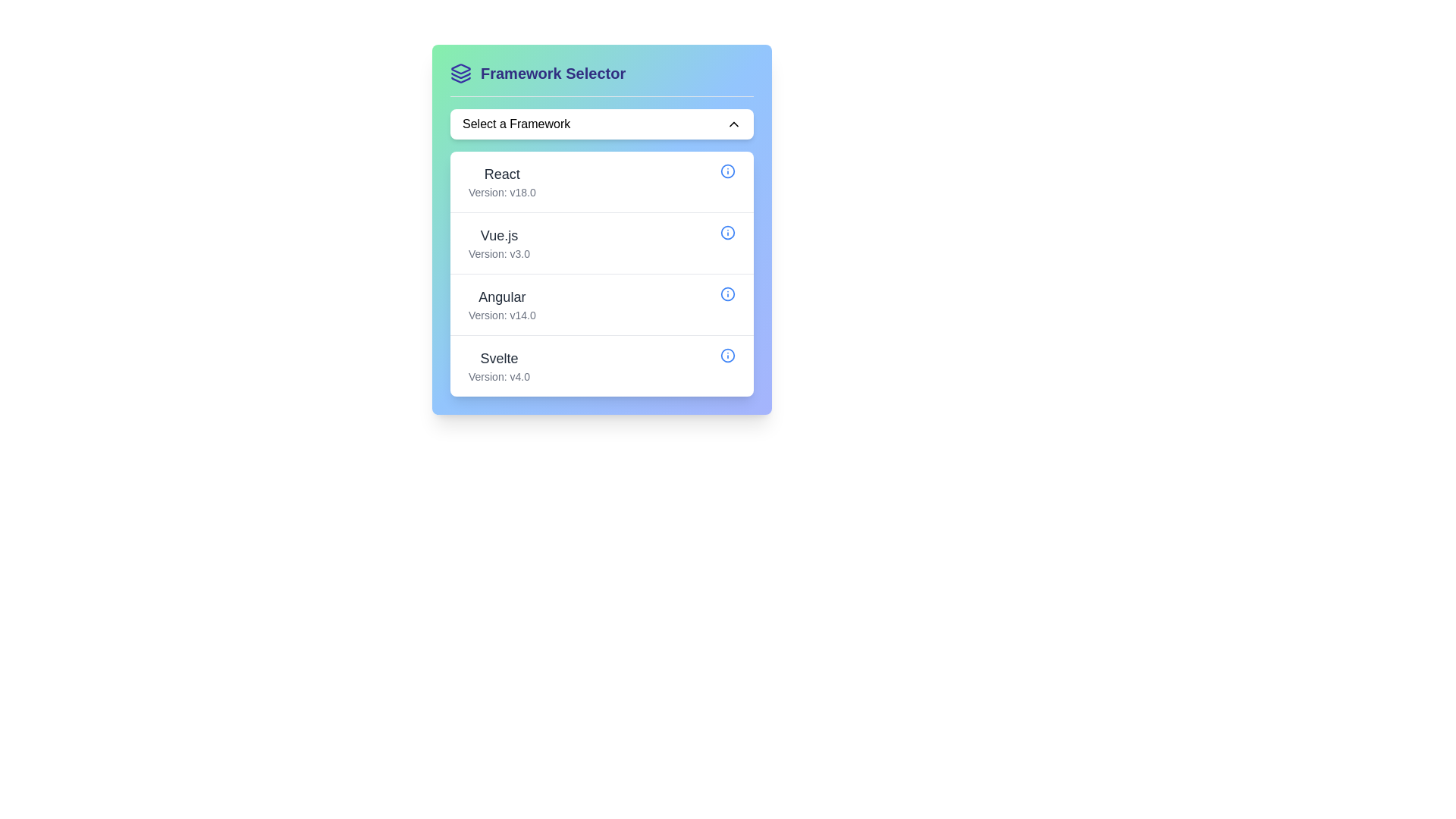 The height and width of the screenshot is (819, 1456). Describe the element at coordinates (601, 180) in the screenshot. I see `the first button in the vertical group` at that location.